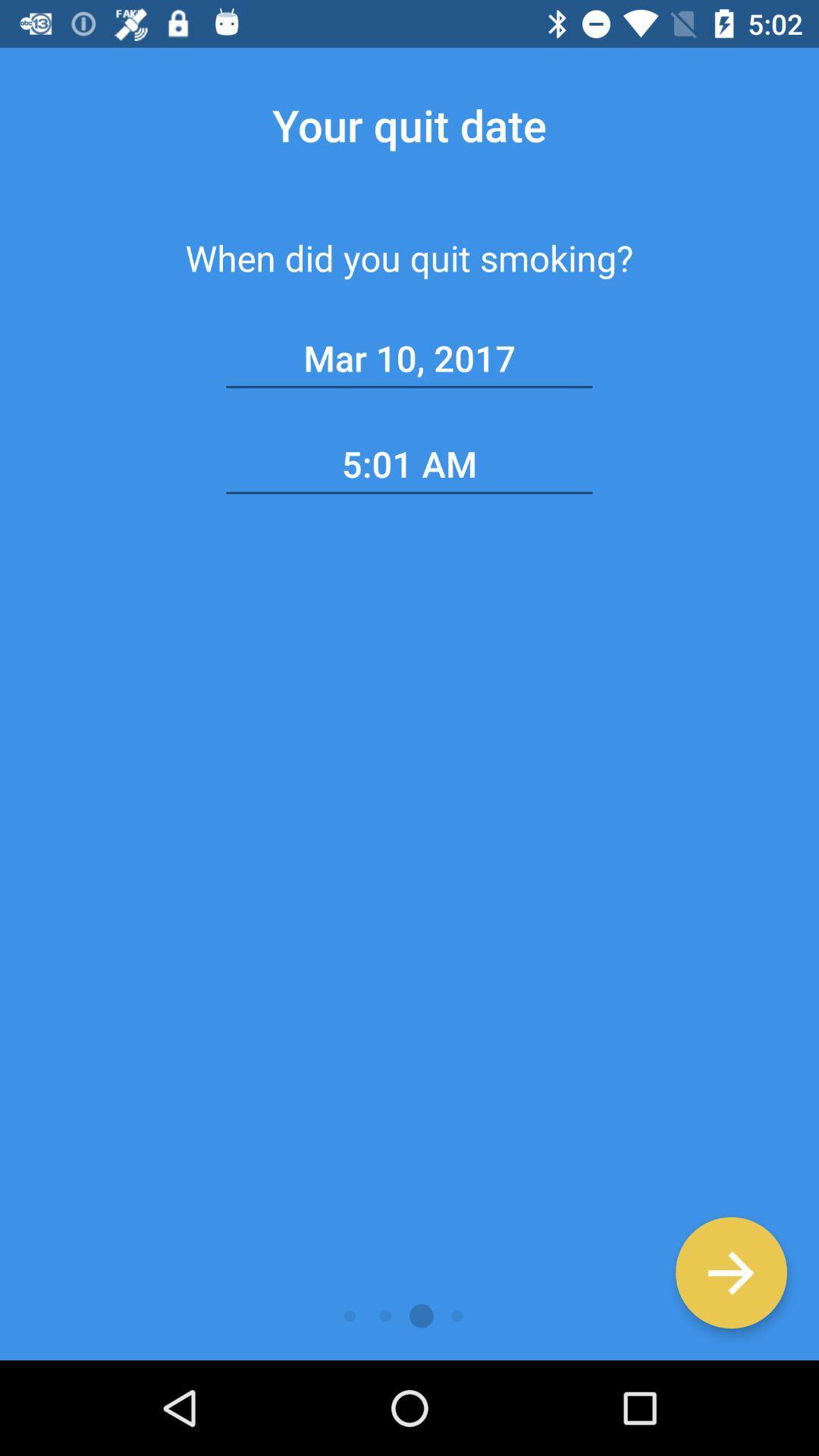  Describe the element at coordinates (730, 1272) in the screenshot. I see `go back` at that location.